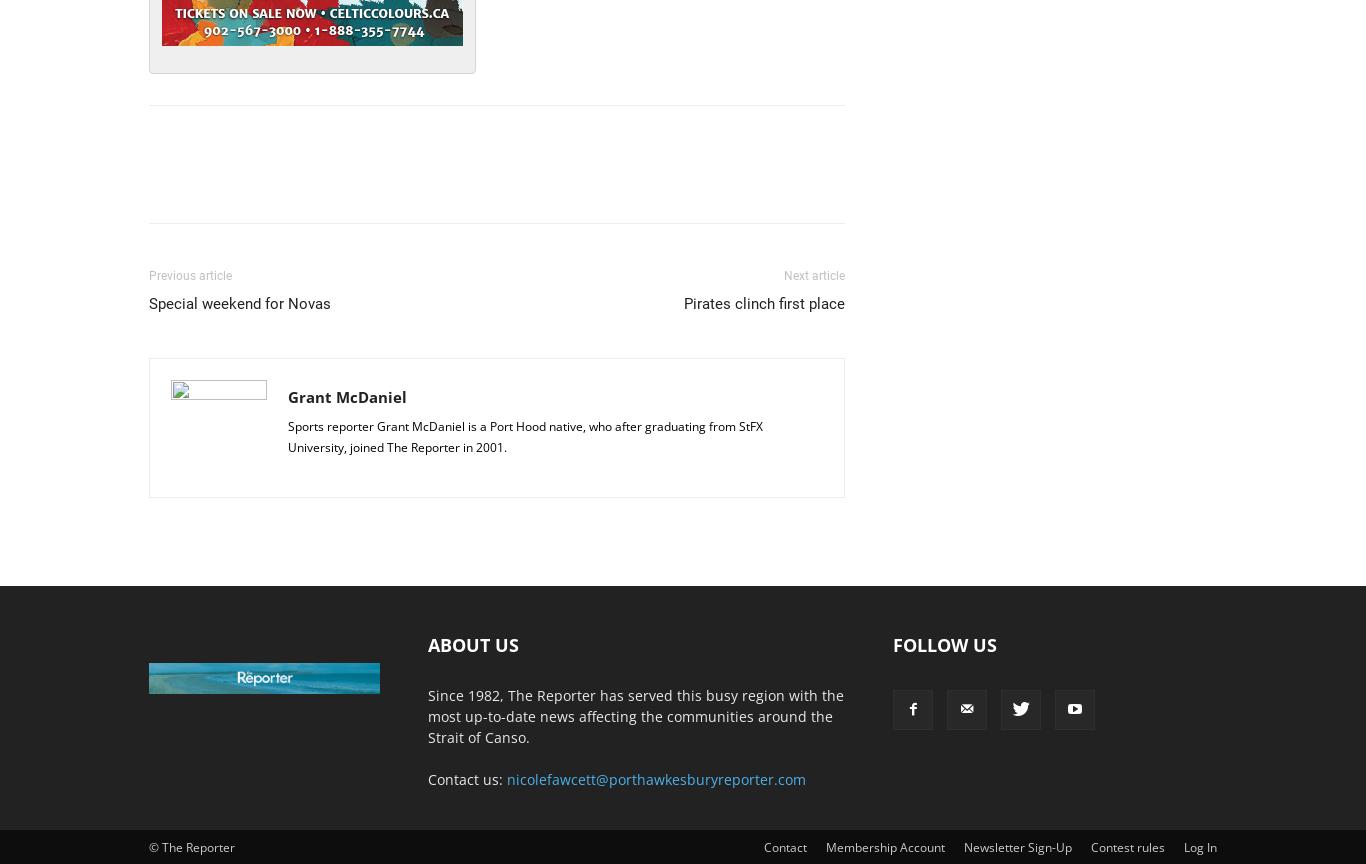 Image resolution: width=1366 pixels, height=864 pixels. I want to click on 'Share', so click(214, 180).